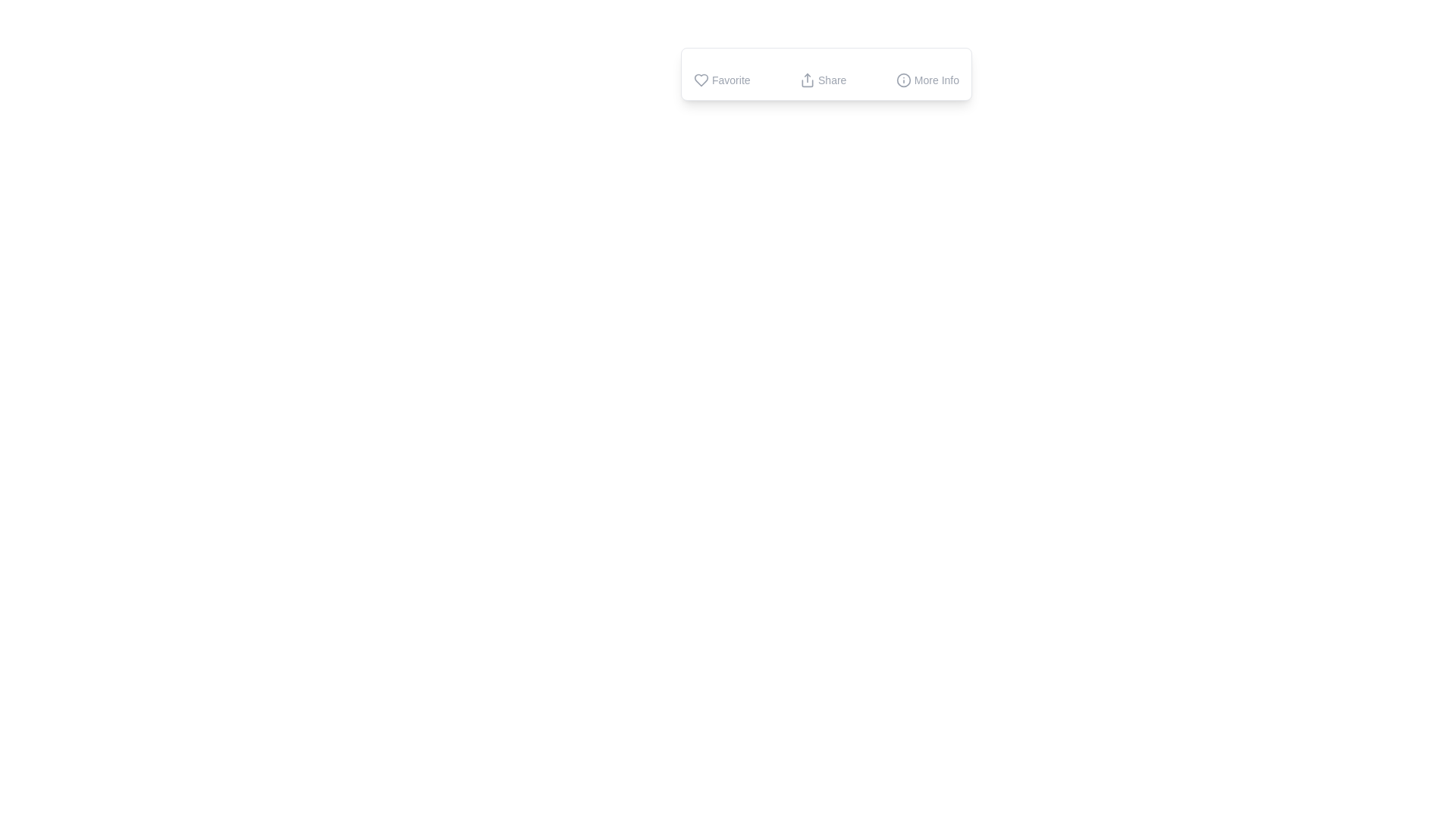  What do you see at coordinates (731, 80) in the screenshot?
I see `the Text label that describes the functionality of the heart icon, indicating it marks something as a favorite` at bounding box center [731, 80].